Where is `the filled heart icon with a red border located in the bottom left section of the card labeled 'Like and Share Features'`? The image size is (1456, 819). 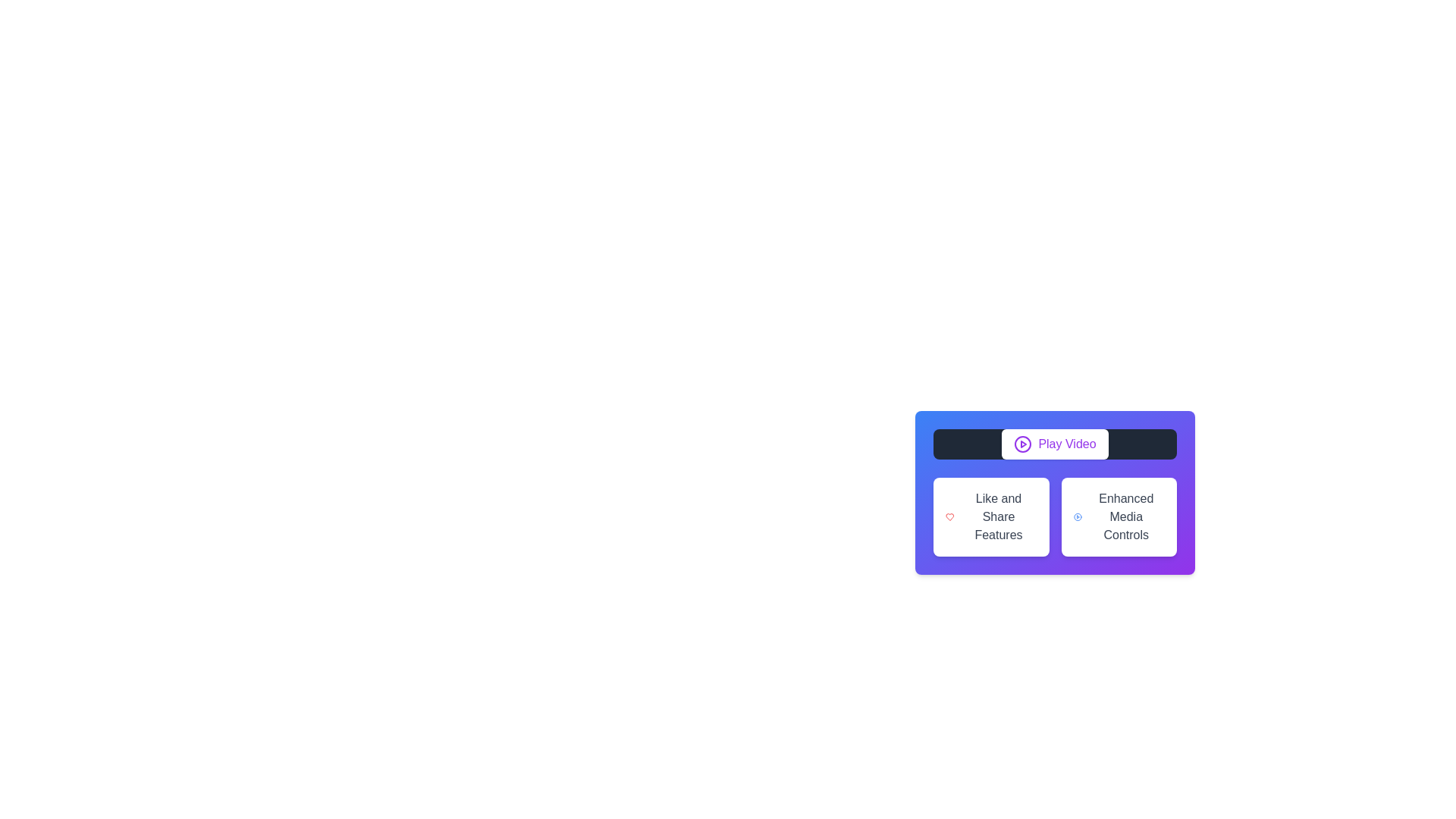
the filled heart icon with a red border located in the bottom left section of the card labeled 'Like and Share Features' is located at coordinates (949, 516).